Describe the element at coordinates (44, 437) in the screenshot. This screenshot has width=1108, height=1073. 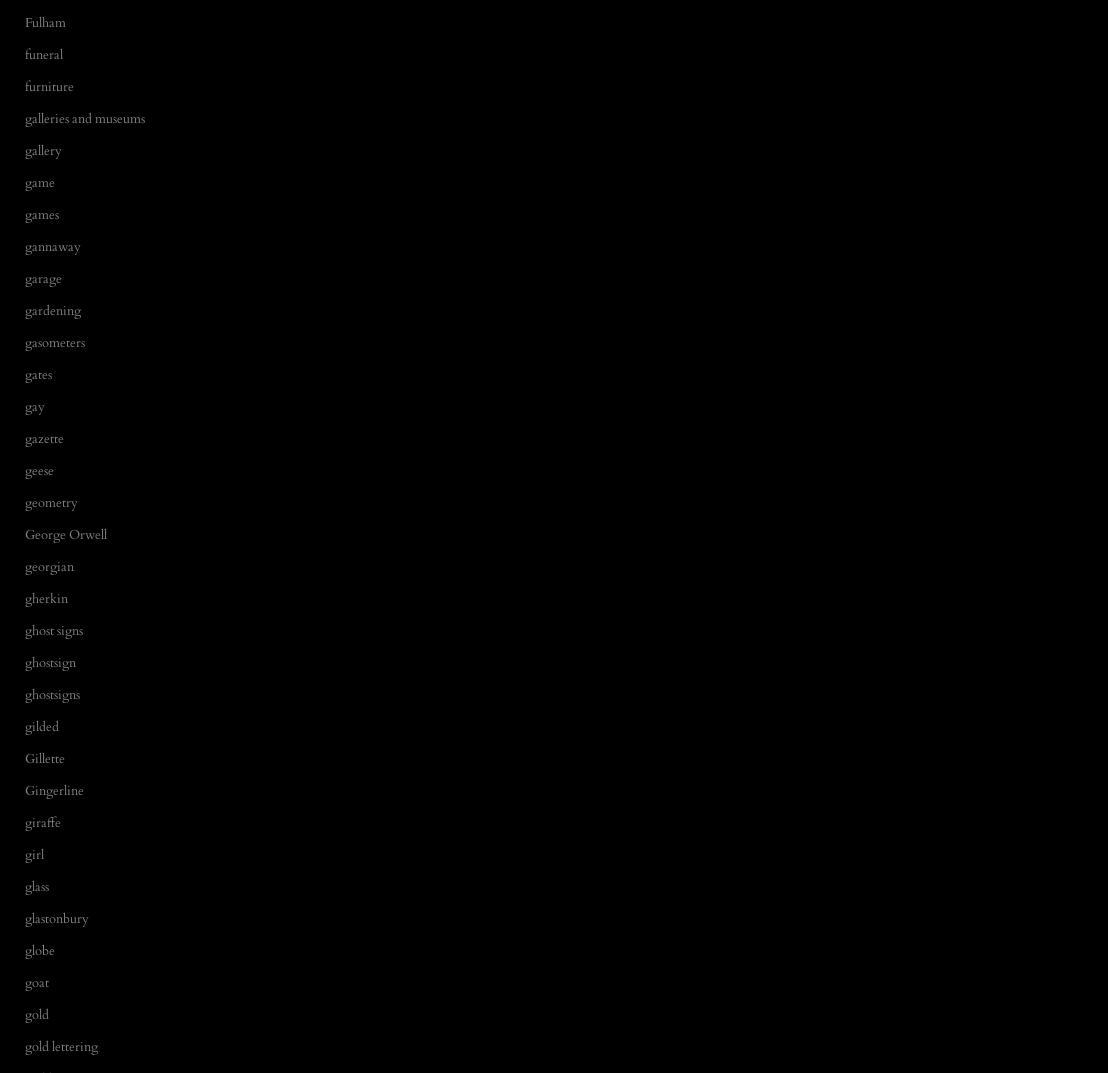
I see `'gazette'` at that location.